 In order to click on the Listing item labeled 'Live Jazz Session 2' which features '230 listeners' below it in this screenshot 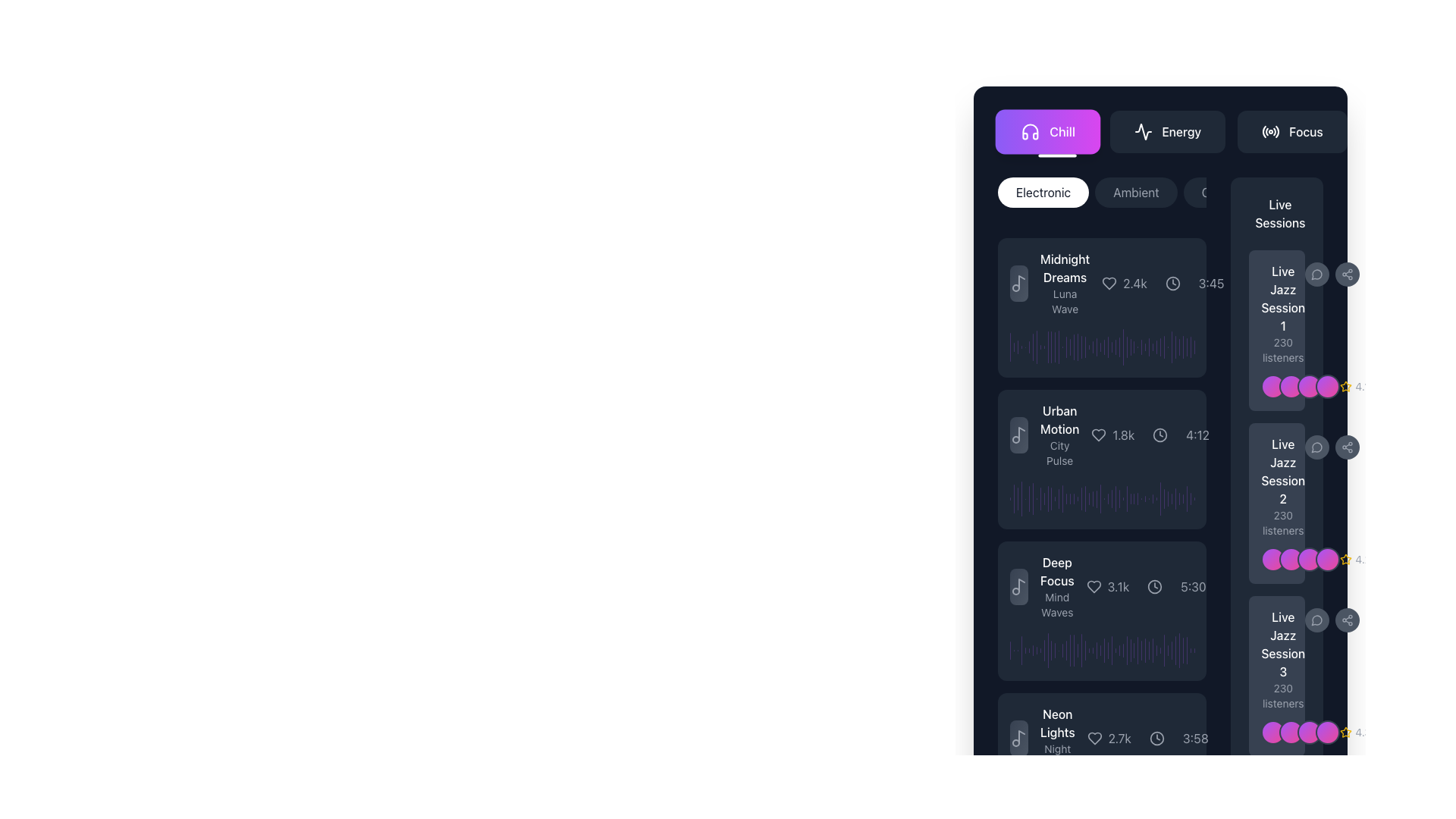, I will do `click(1276, 503)`.